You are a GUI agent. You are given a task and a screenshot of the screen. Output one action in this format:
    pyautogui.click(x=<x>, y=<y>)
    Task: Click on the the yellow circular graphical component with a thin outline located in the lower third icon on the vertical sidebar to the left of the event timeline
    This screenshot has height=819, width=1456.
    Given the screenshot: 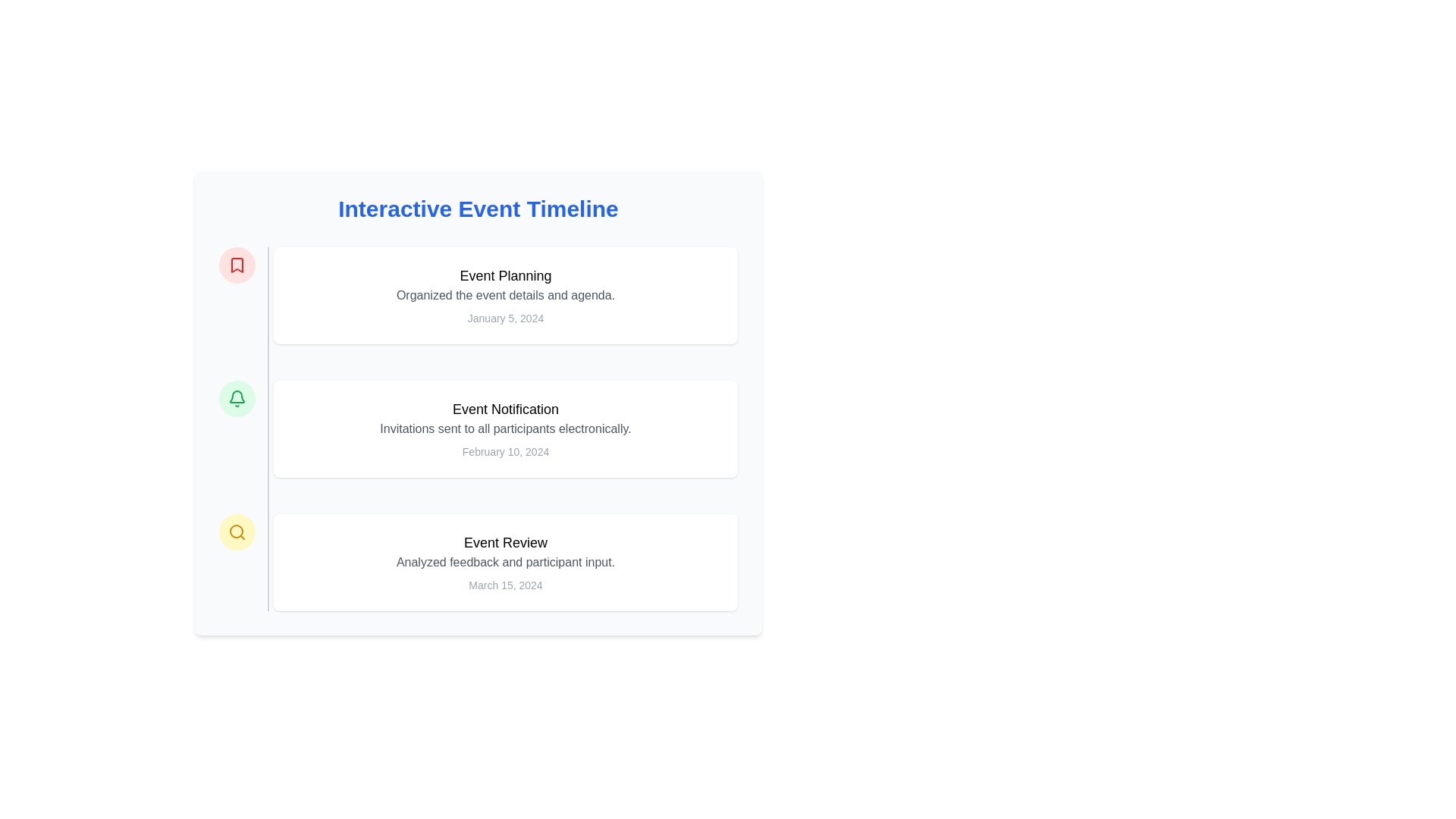 What is the action you would take?
    pyautogui.click(x=236, y=531)
    